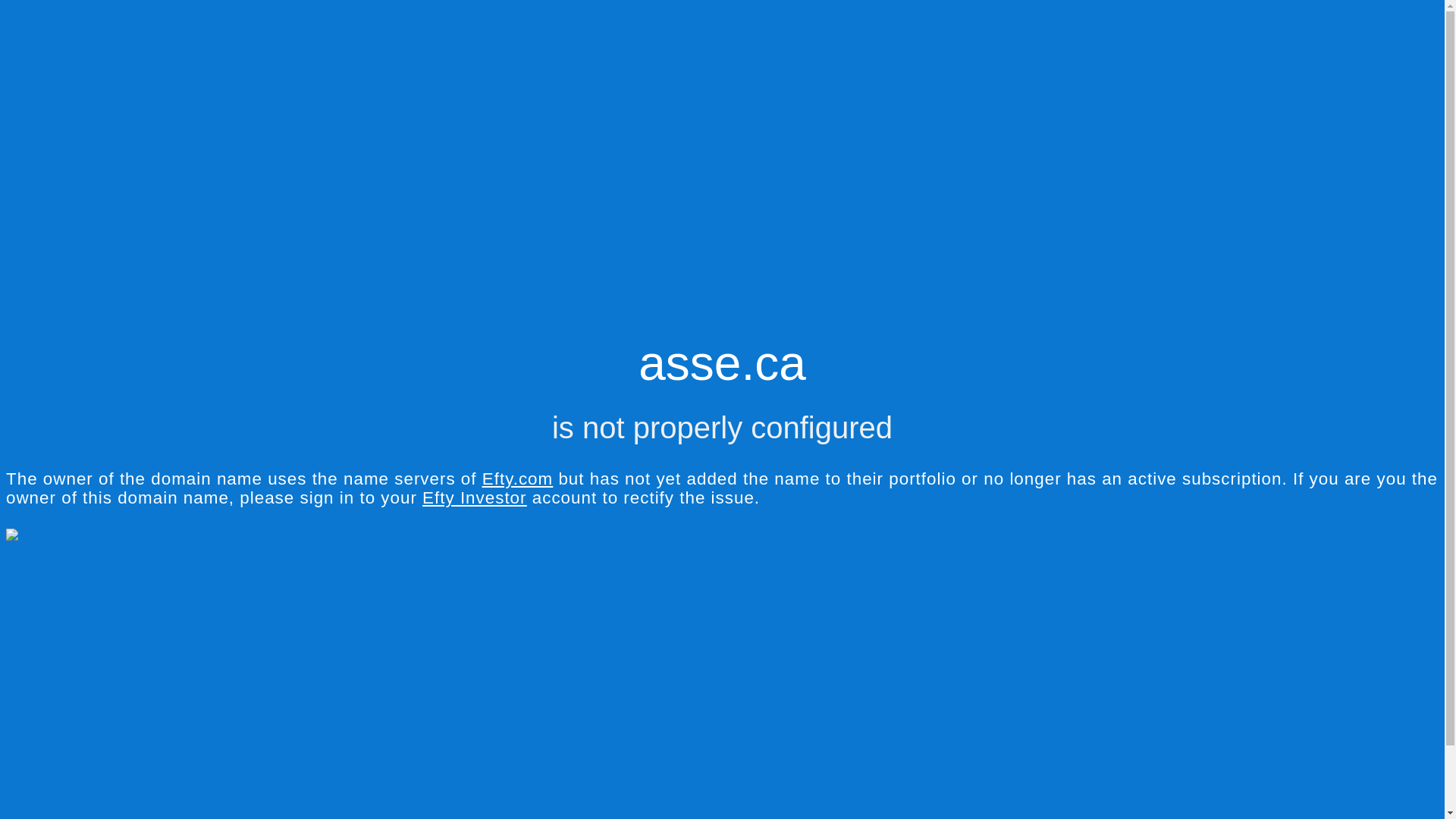  Describe the element at coordinates (517, 479) in the screenshot. I see `'Efty.com'` at that location.